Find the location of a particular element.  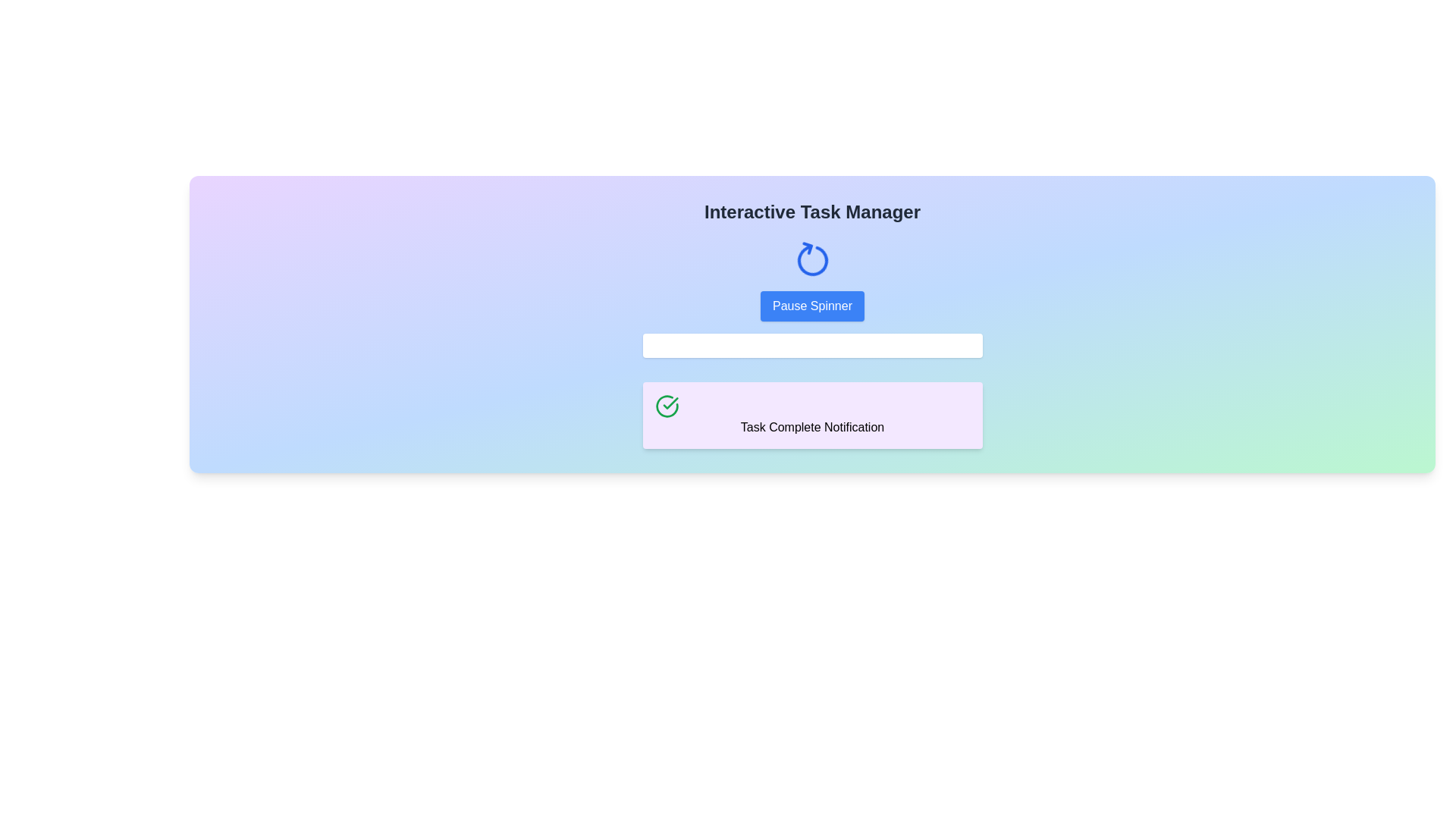

the task completion icon located to the left of the 'Task Complete Notification' text is located at coordinates (667, 406).